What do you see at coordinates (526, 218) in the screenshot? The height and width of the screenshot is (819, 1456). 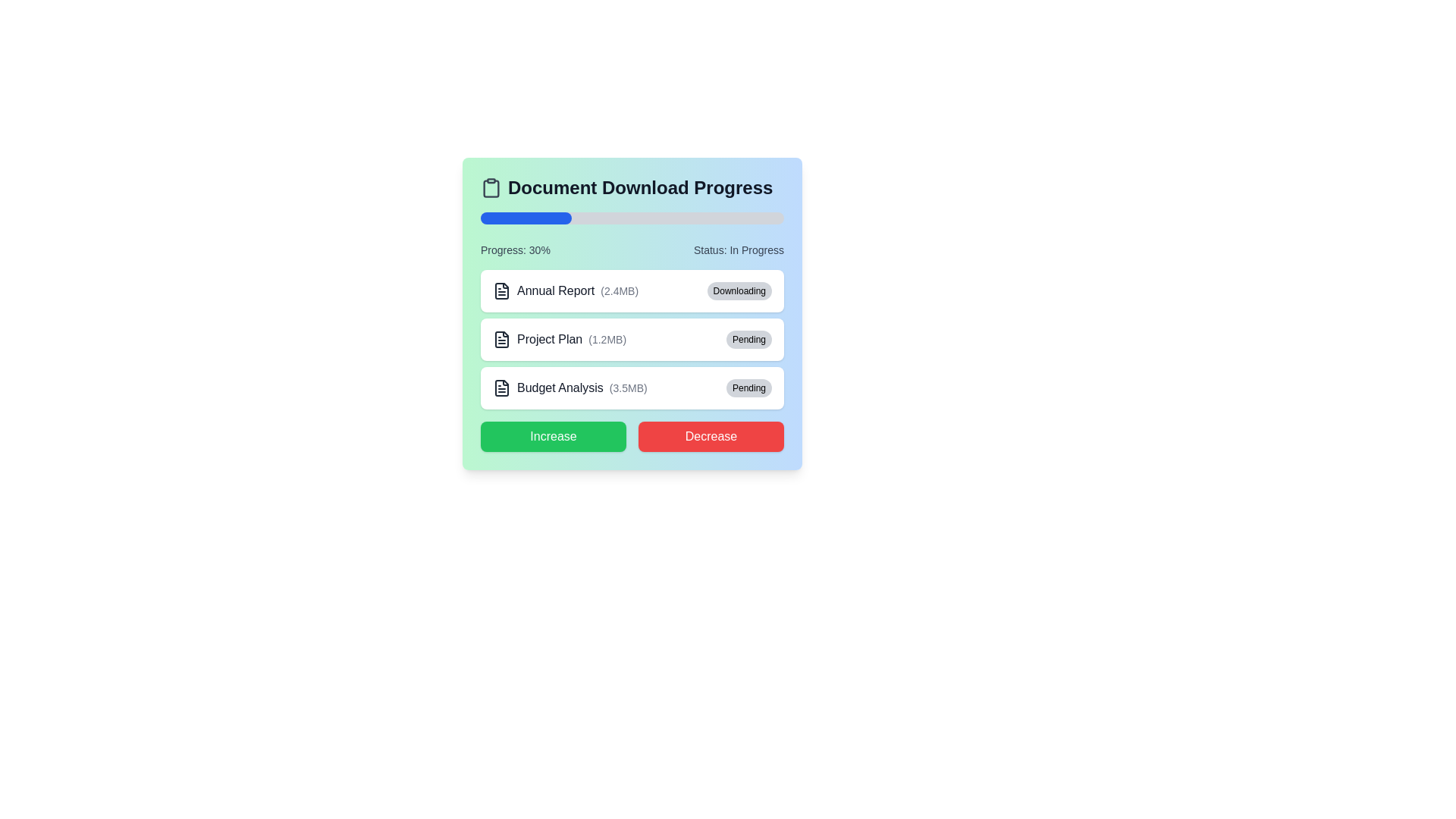 I see `the progress bar segment indicating 30% completion of document downloads, located near the top of the download progress panel` at bounding box center [526, 218].